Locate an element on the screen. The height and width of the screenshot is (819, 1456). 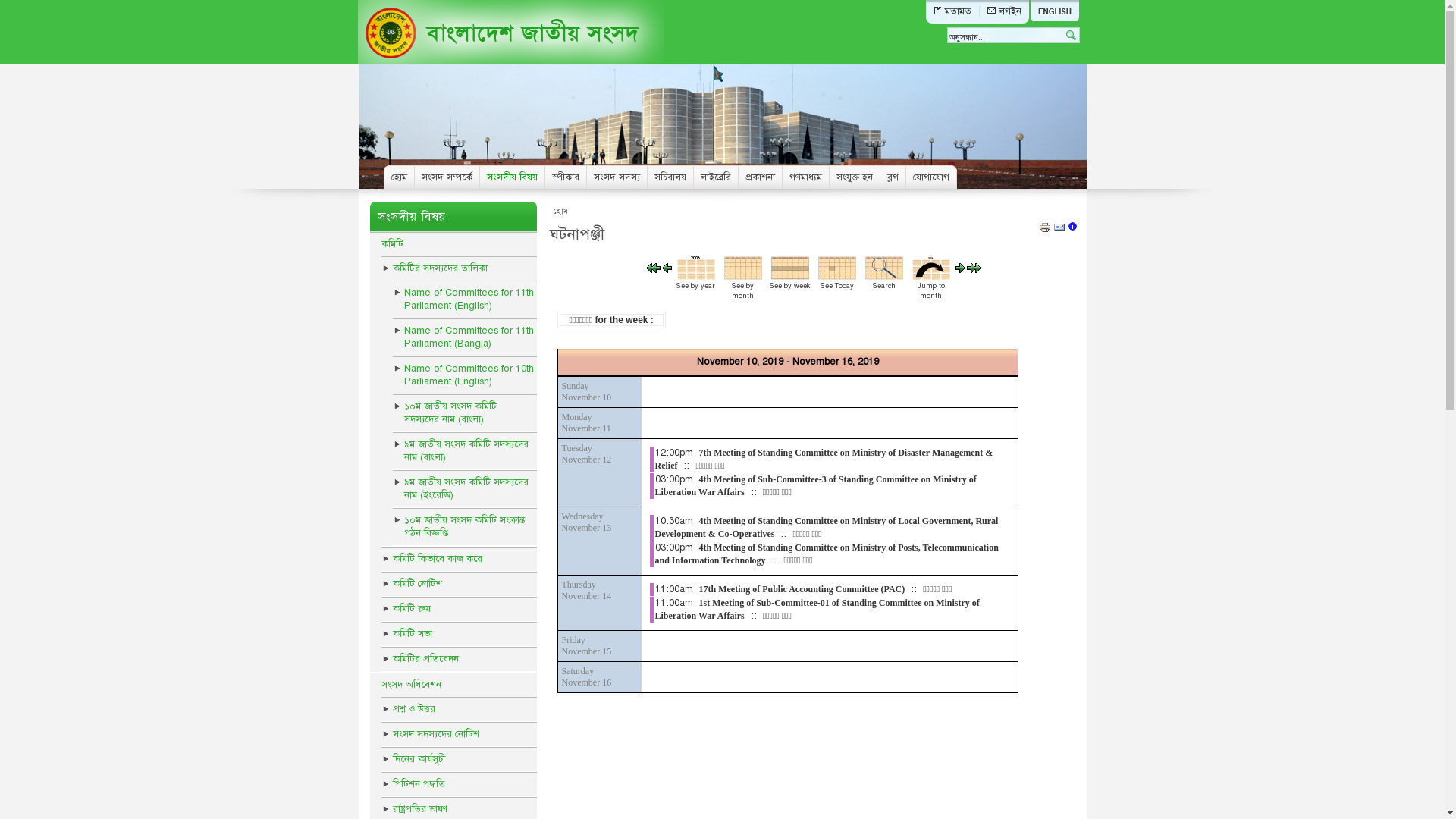
'Previous week' is located at coordinates (667, 268).